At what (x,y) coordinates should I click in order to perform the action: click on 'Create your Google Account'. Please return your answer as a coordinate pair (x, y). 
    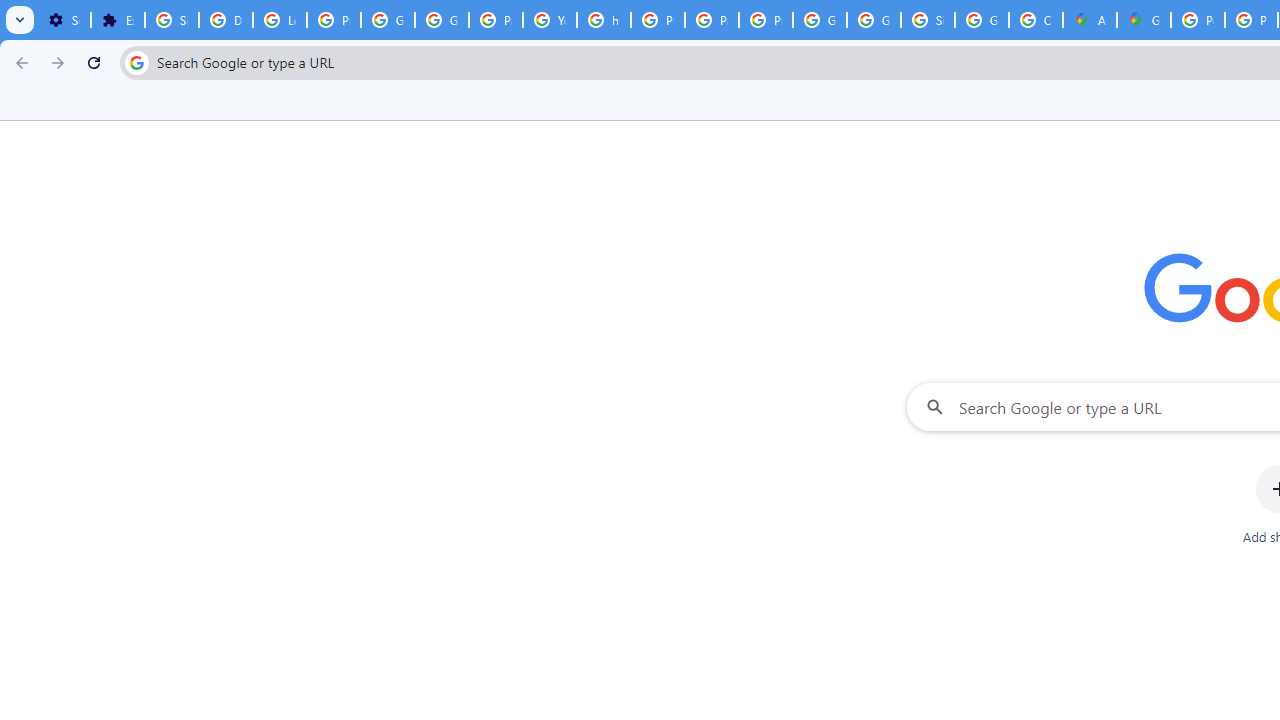
    Looking at the image, I should click on (1036, 20).